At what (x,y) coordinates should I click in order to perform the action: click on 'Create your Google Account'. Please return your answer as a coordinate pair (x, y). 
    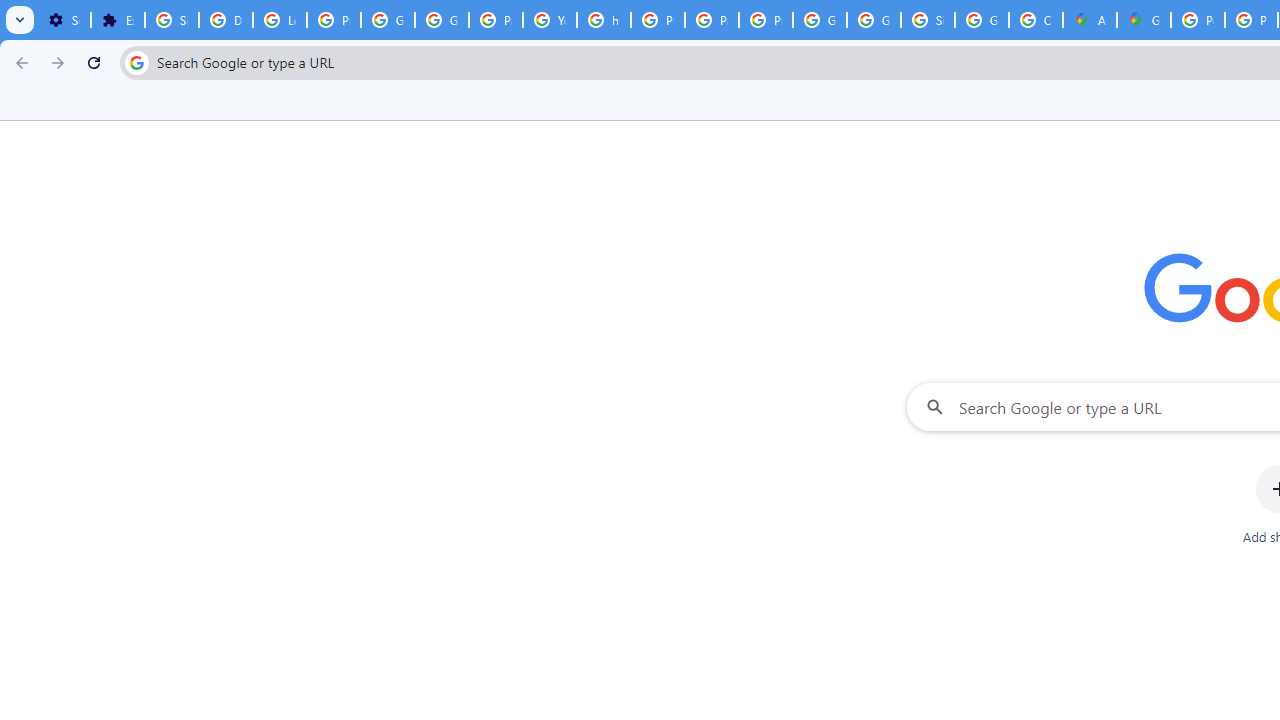
    Looking at the image, I should click on (1036, 20).